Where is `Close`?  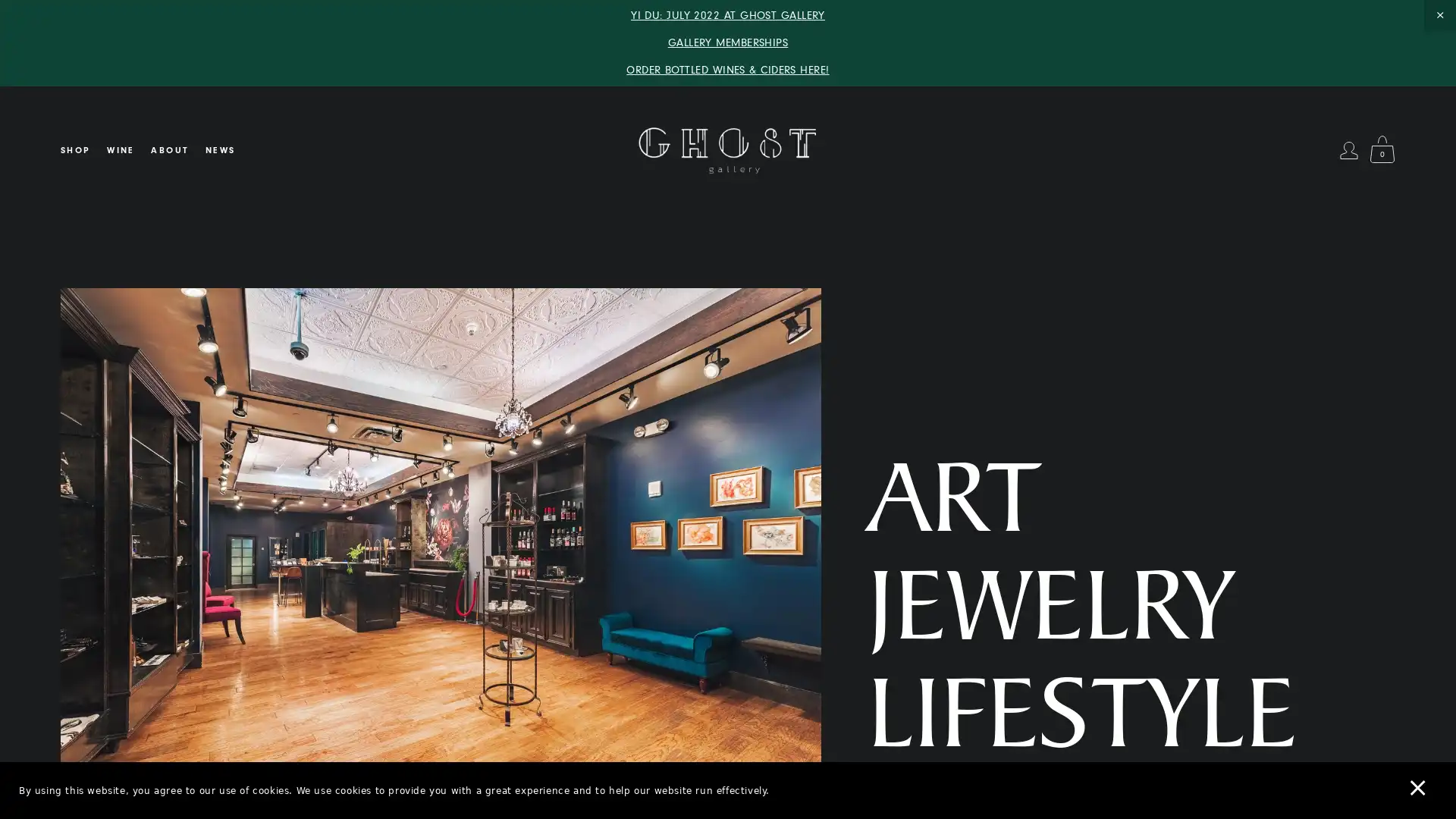
Close is located at coordinates (1379, 362).